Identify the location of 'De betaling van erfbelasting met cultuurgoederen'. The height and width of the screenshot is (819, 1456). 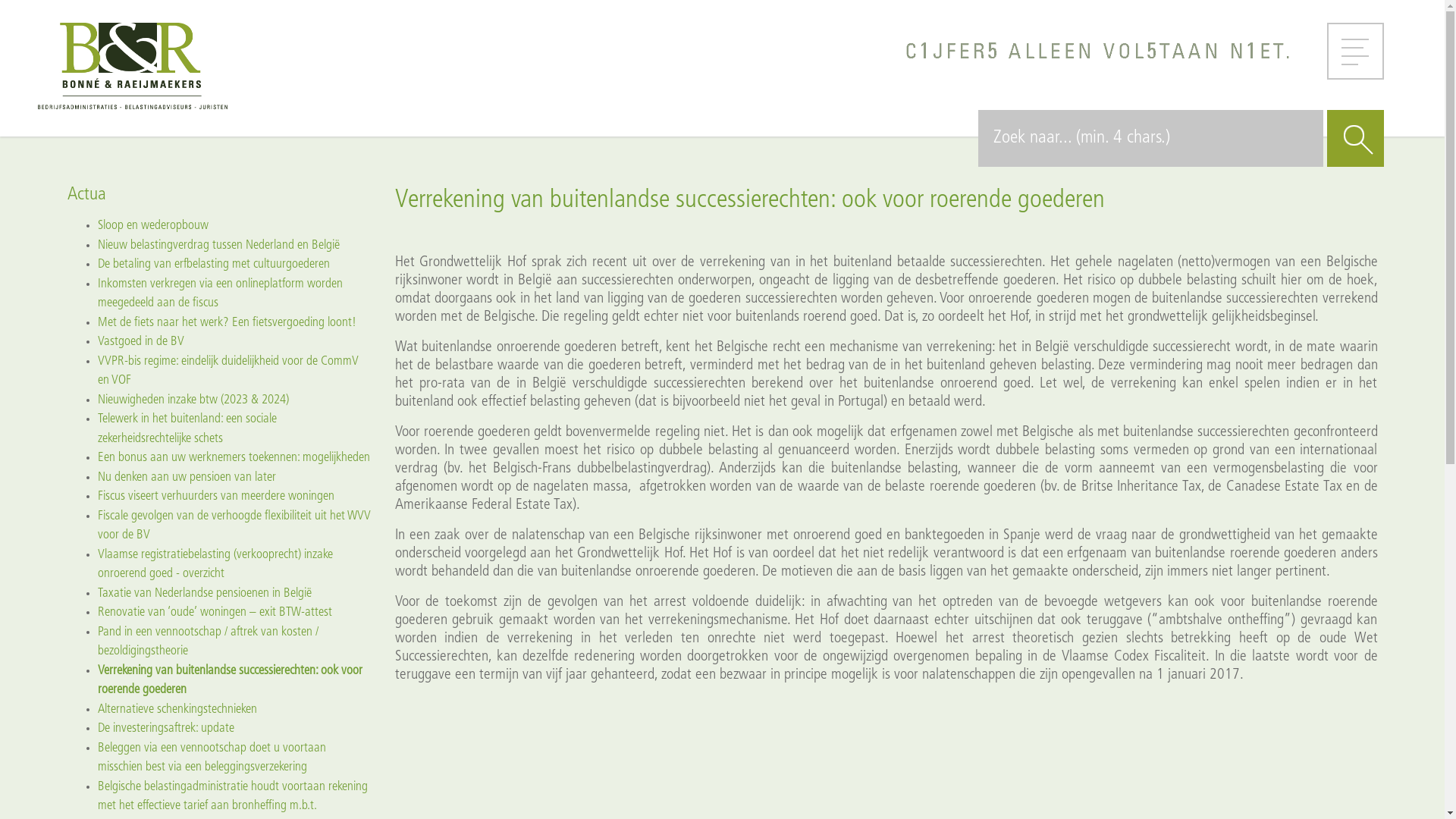
(212, 263).